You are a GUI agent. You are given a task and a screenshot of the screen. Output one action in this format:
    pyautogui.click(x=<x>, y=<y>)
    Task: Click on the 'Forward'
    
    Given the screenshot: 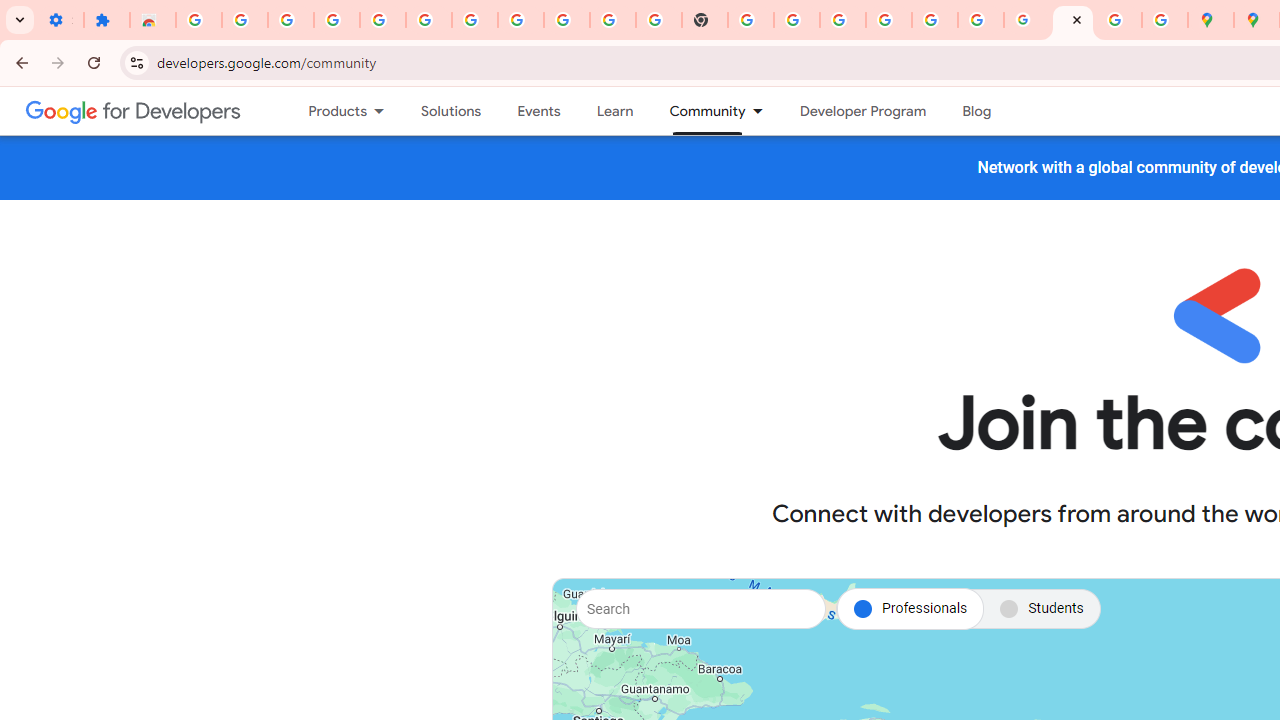 What is the action you would take?
    pyautogui.click(x=58, y=61)
    